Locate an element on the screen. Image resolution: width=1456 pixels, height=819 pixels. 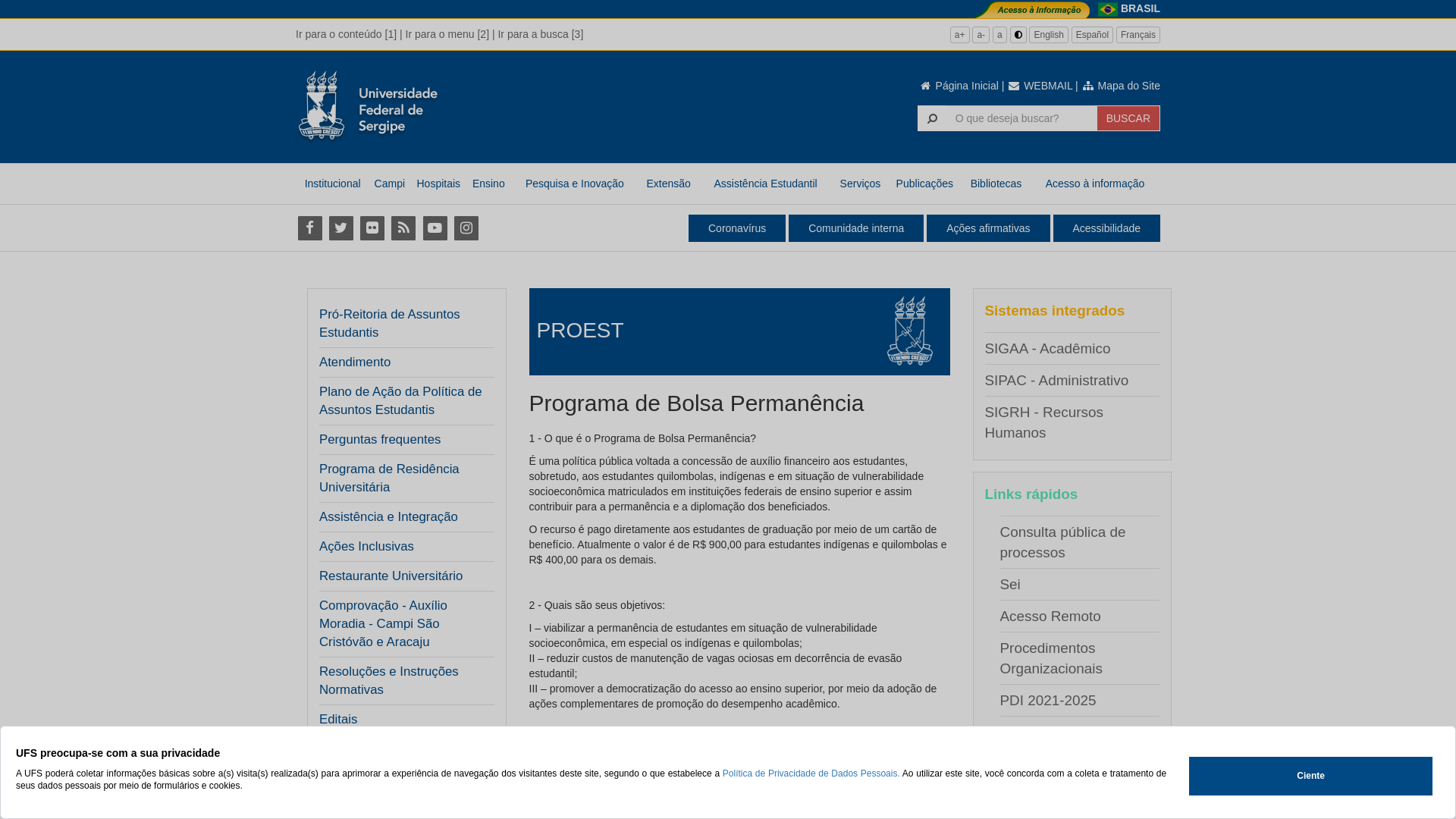
'Ir para a busca [3]' is located at coordinates (540, 34).